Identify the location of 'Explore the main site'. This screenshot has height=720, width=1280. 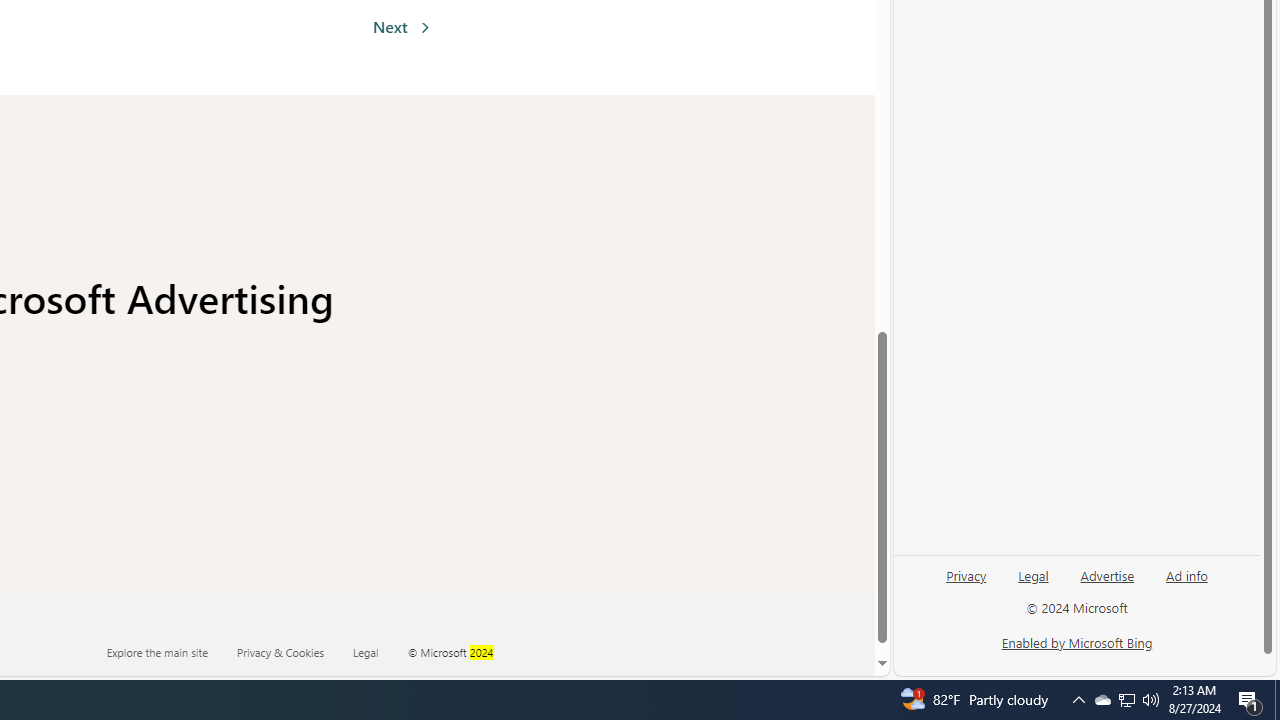
(170, 651).